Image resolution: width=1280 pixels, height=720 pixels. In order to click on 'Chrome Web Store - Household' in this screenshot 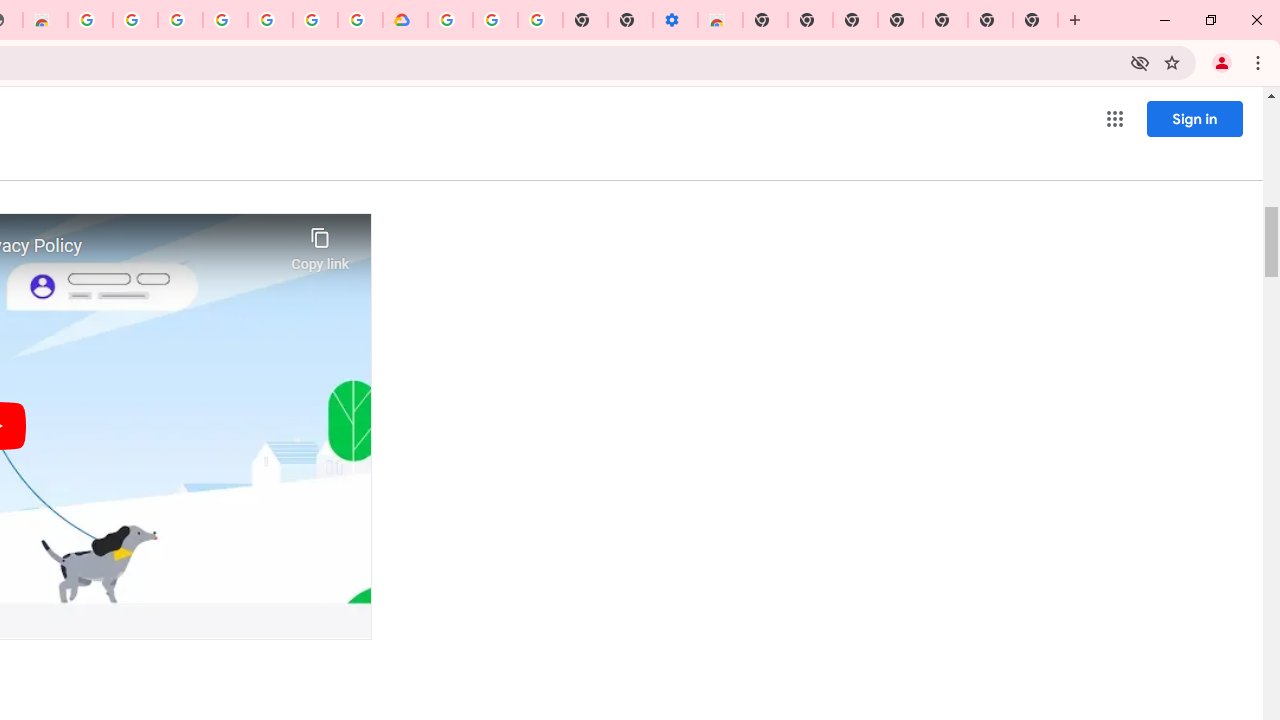, I will do `click(45, 20)`.